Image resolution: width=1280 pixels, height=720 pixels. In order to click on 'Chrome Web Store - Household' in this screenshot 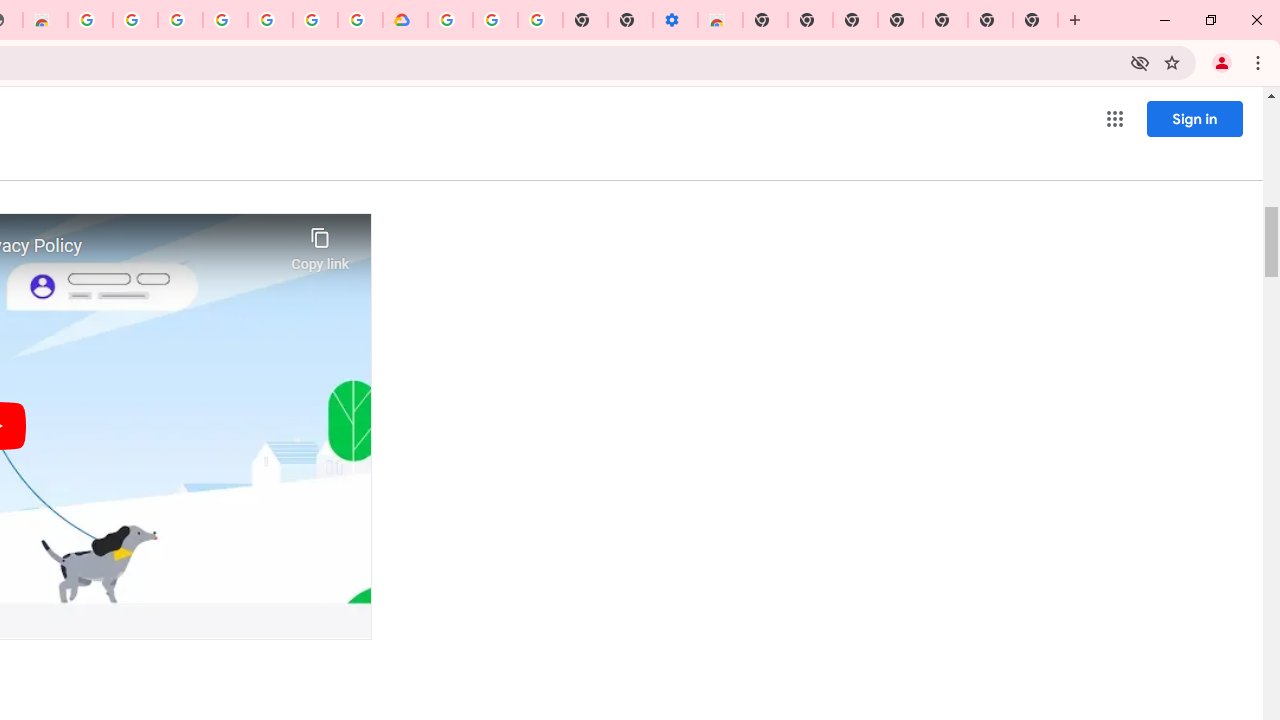, I will do `click(45, 20)`.